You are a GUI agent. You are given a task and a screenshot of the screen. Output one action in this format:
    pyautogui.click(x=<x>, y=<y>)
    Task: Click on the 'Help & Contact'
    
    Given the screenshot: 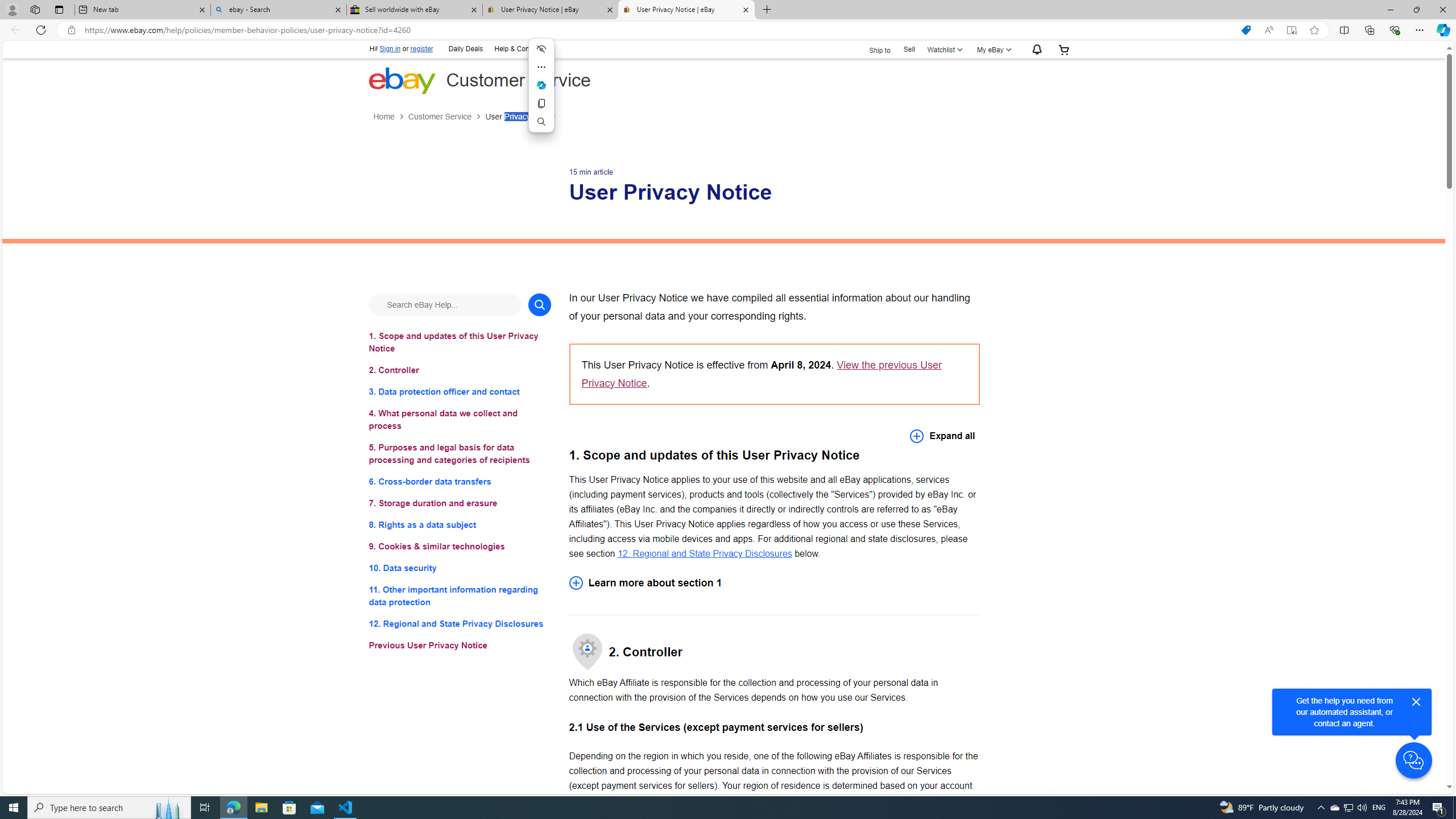 What is the action you would take?
    pyautogui.click(x=516, y=48)
    